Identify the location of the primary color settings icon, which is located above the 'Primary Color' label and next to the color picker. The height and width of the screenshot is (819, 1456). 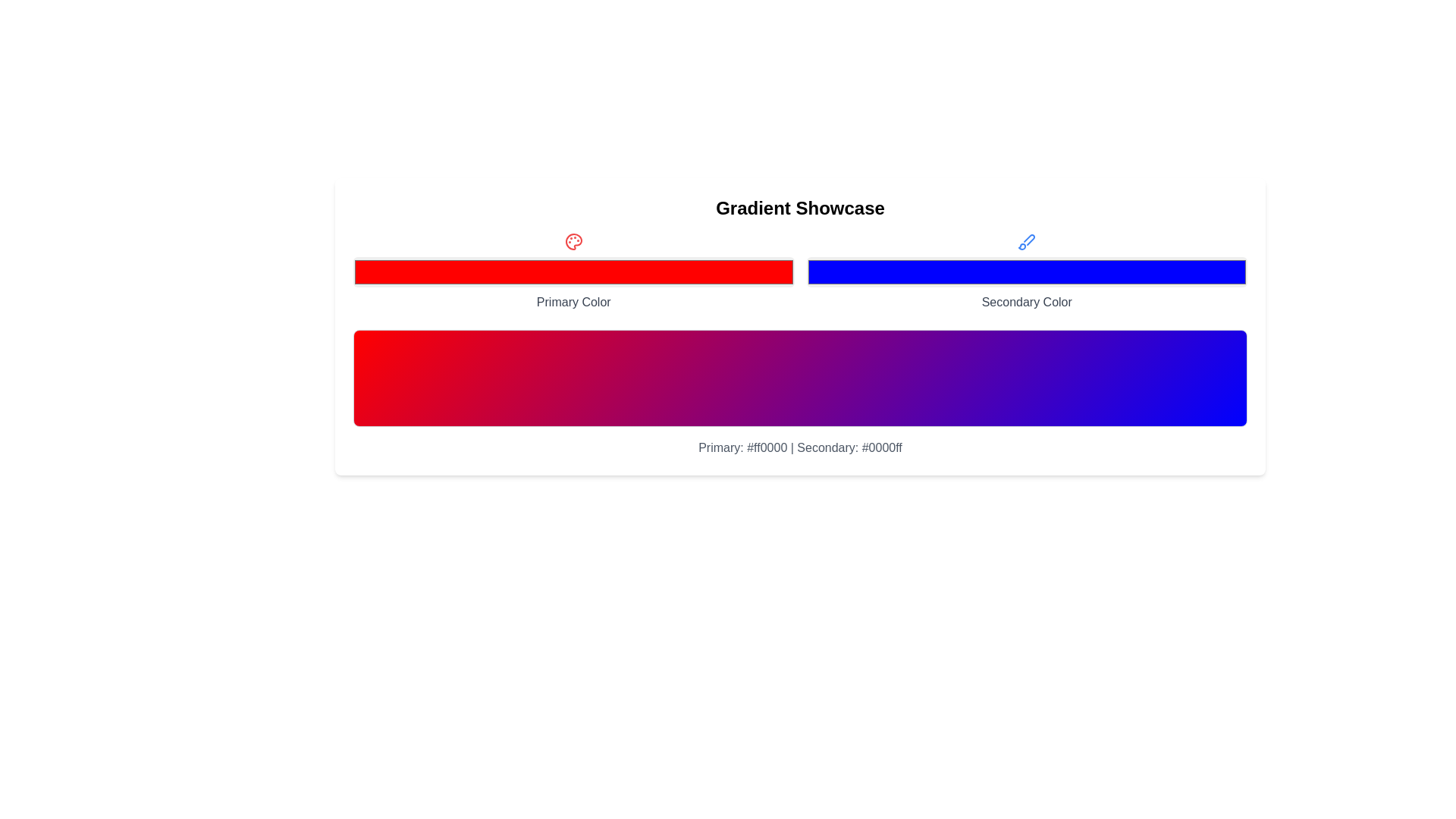
(573, 241).